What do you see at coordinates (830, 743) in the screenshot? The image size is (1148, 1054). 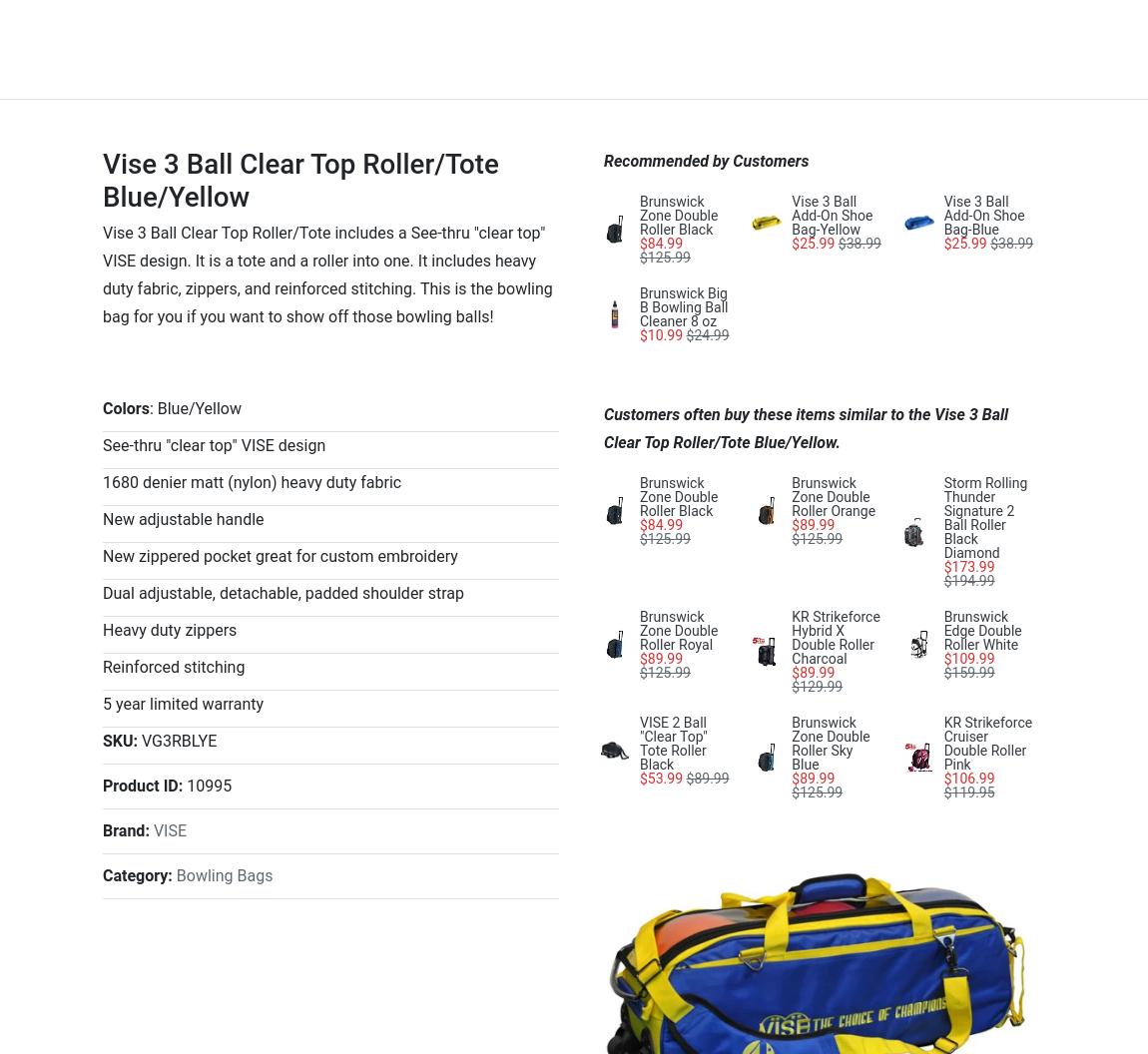 I see `'Brunswick Zone Double Roller Sky Blue'` at bounding box center [830, 743].